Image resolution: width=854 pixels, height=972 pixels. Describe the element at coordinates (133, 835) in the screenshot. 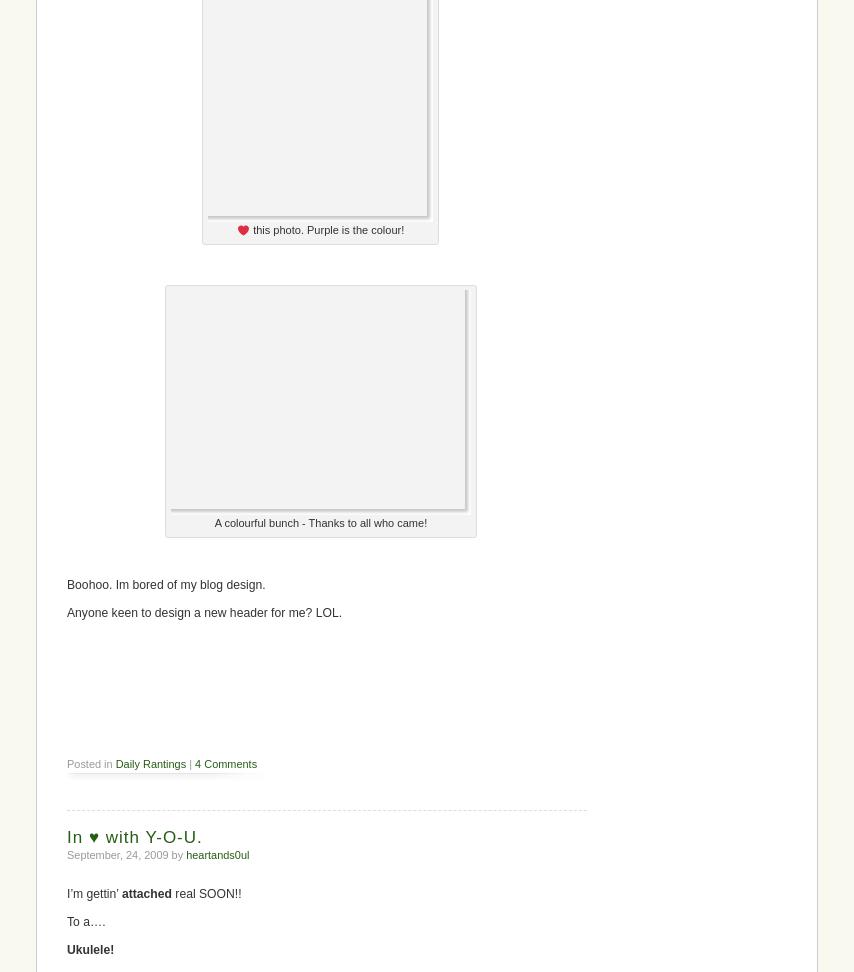

I see `'In ♥ with Y-O-U.'` at that location.